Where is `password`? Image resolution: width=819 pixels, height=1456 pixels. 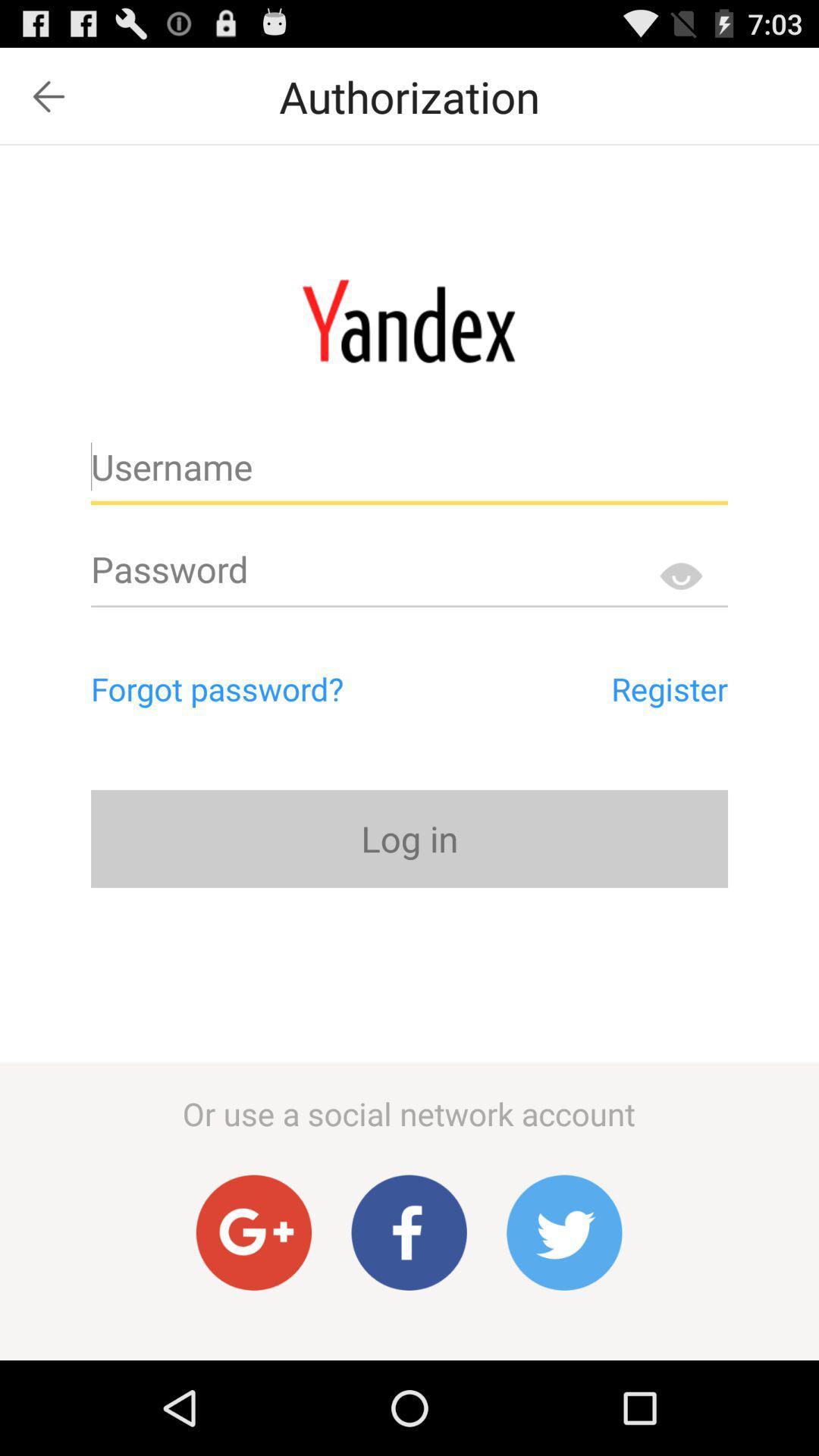 password is located at coordinates (409, 575).